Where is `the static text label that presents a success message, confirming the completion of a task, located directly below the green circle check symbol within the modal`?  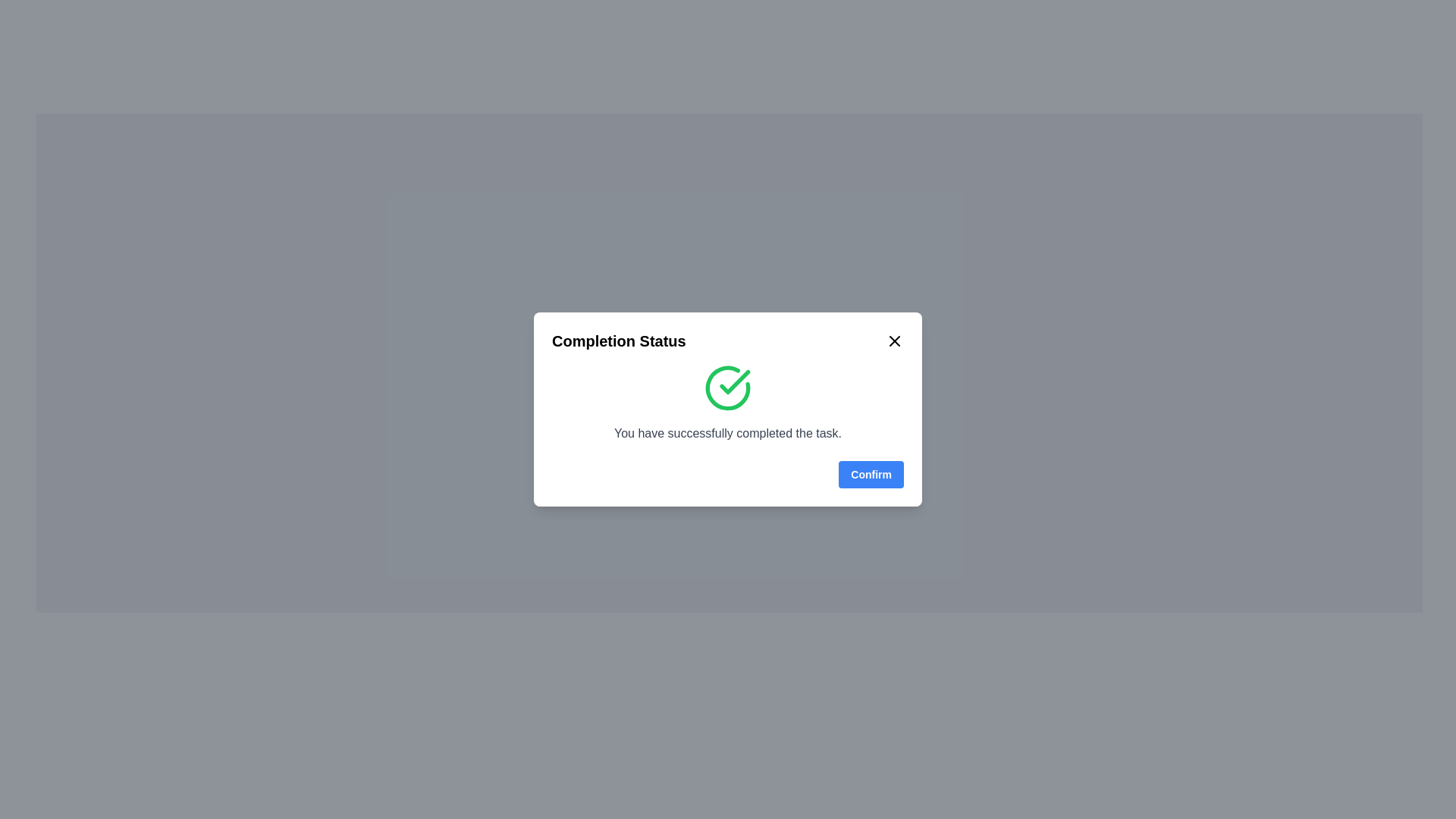
the static text label that presents a success message, confirming the completion of a task, located directly below the green circle check symbol within the modal is located at coordinates (728, 433).